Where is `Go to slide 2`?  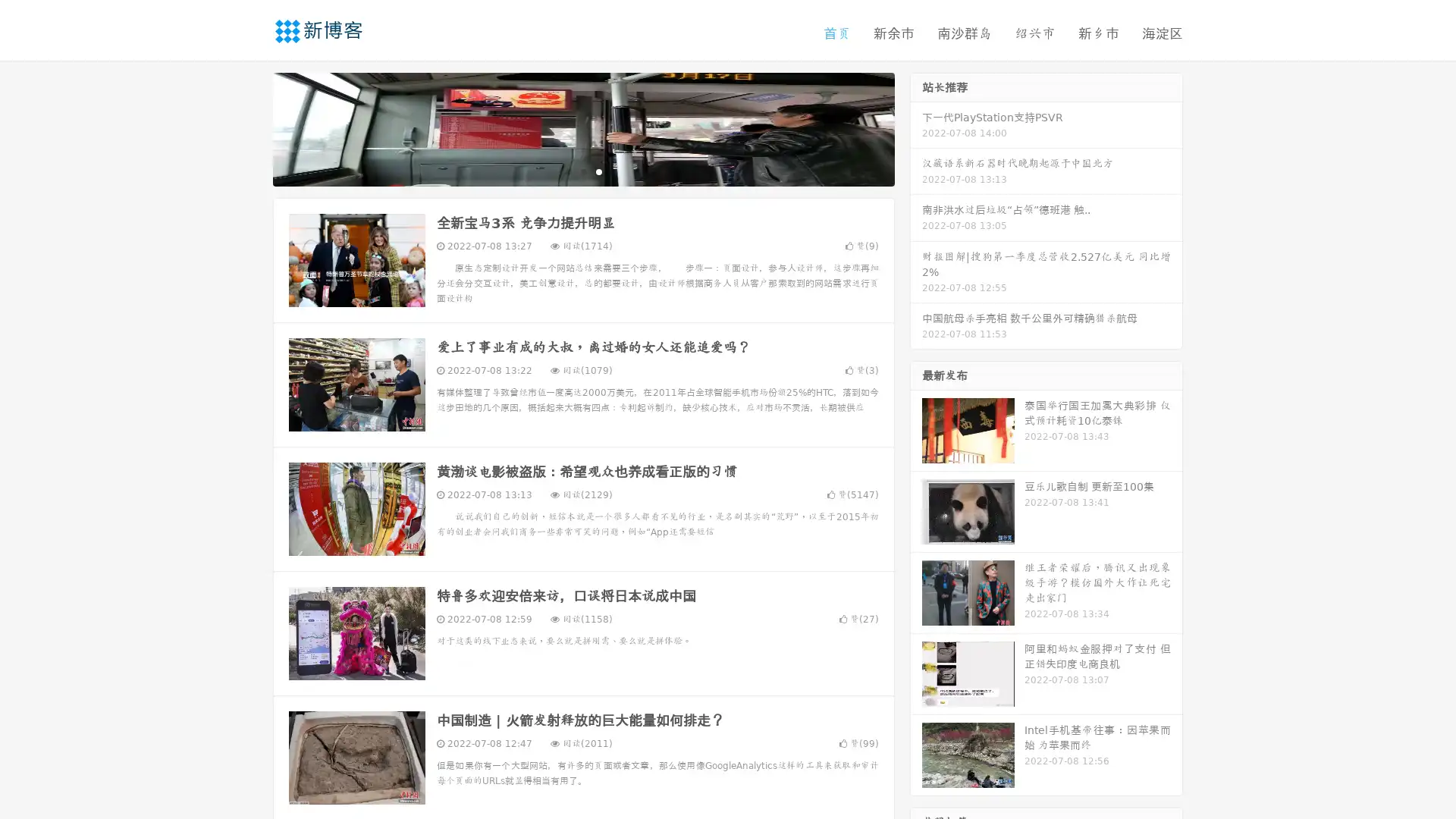 Go to slide 2 is located at coordinates (582, 171).